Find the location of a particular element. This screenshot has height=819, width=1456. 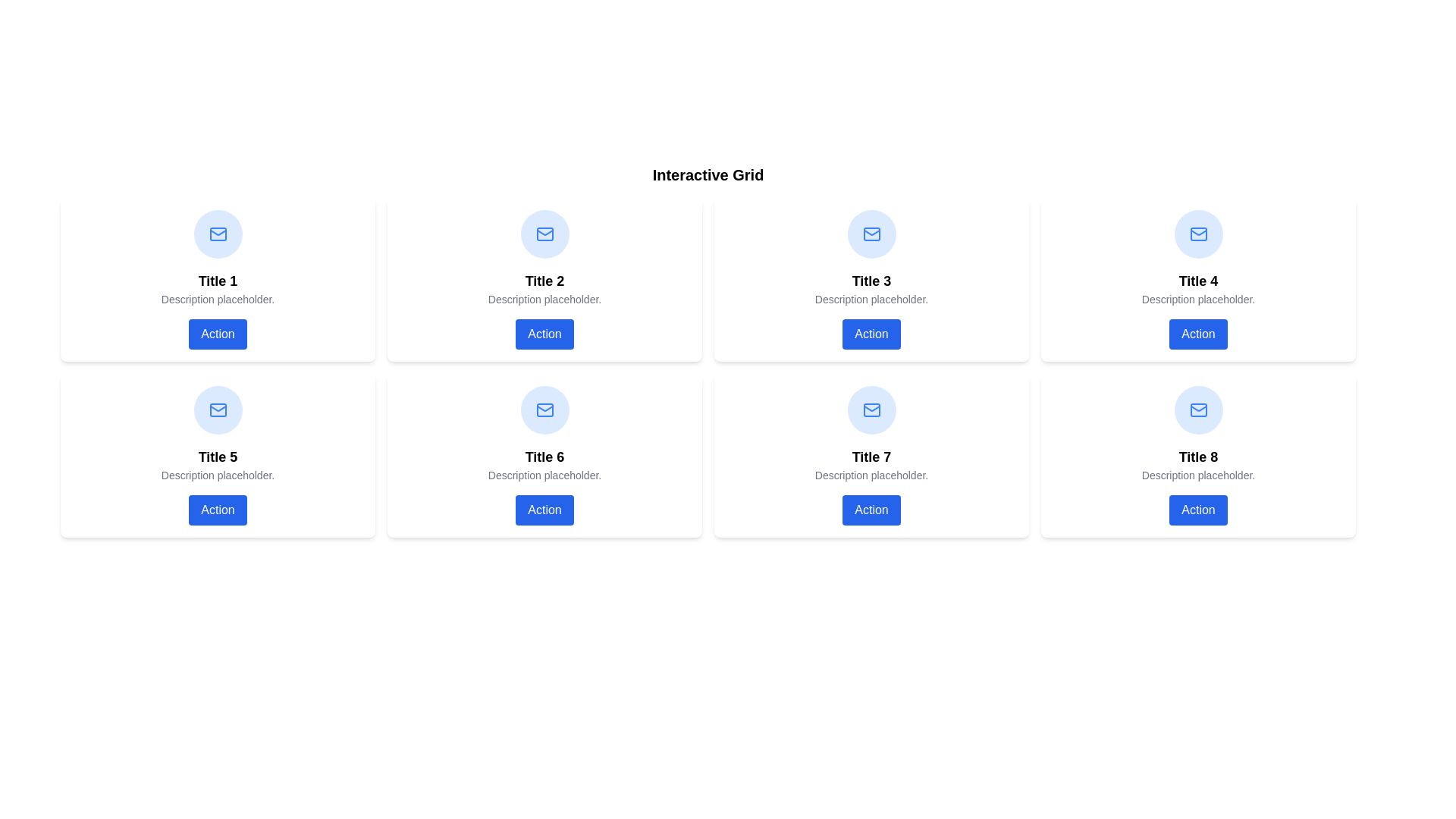

the email icon located at the top center of the card titled 'Title 4', which serves as a static visual cue for email is located at coordinates (1197, 234).